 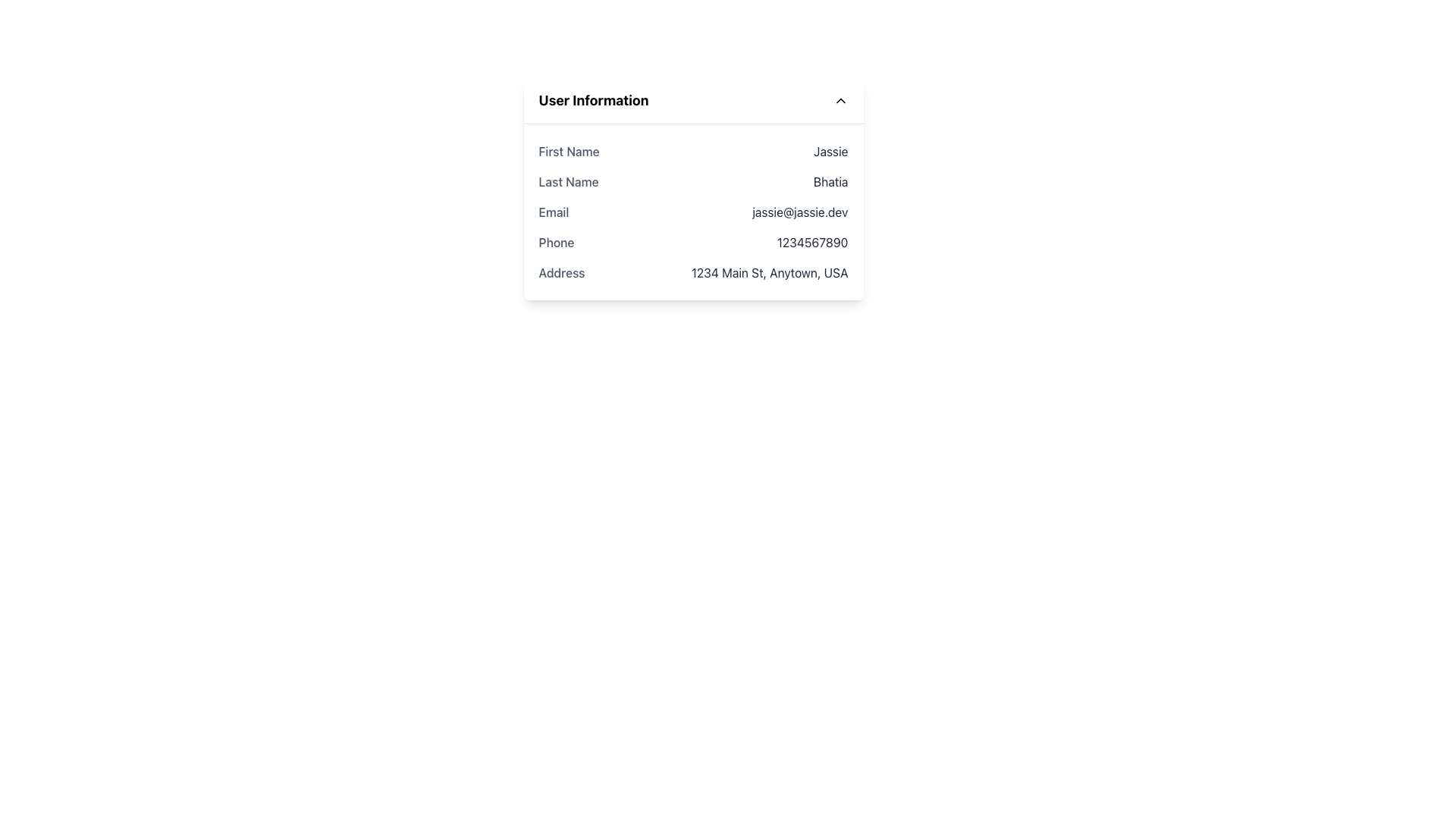 I want to click on the Text Label displaying the user's address information '1234 Main St, Anytown, USA' in the 'User Information' panel, so click(x=770, y=271).